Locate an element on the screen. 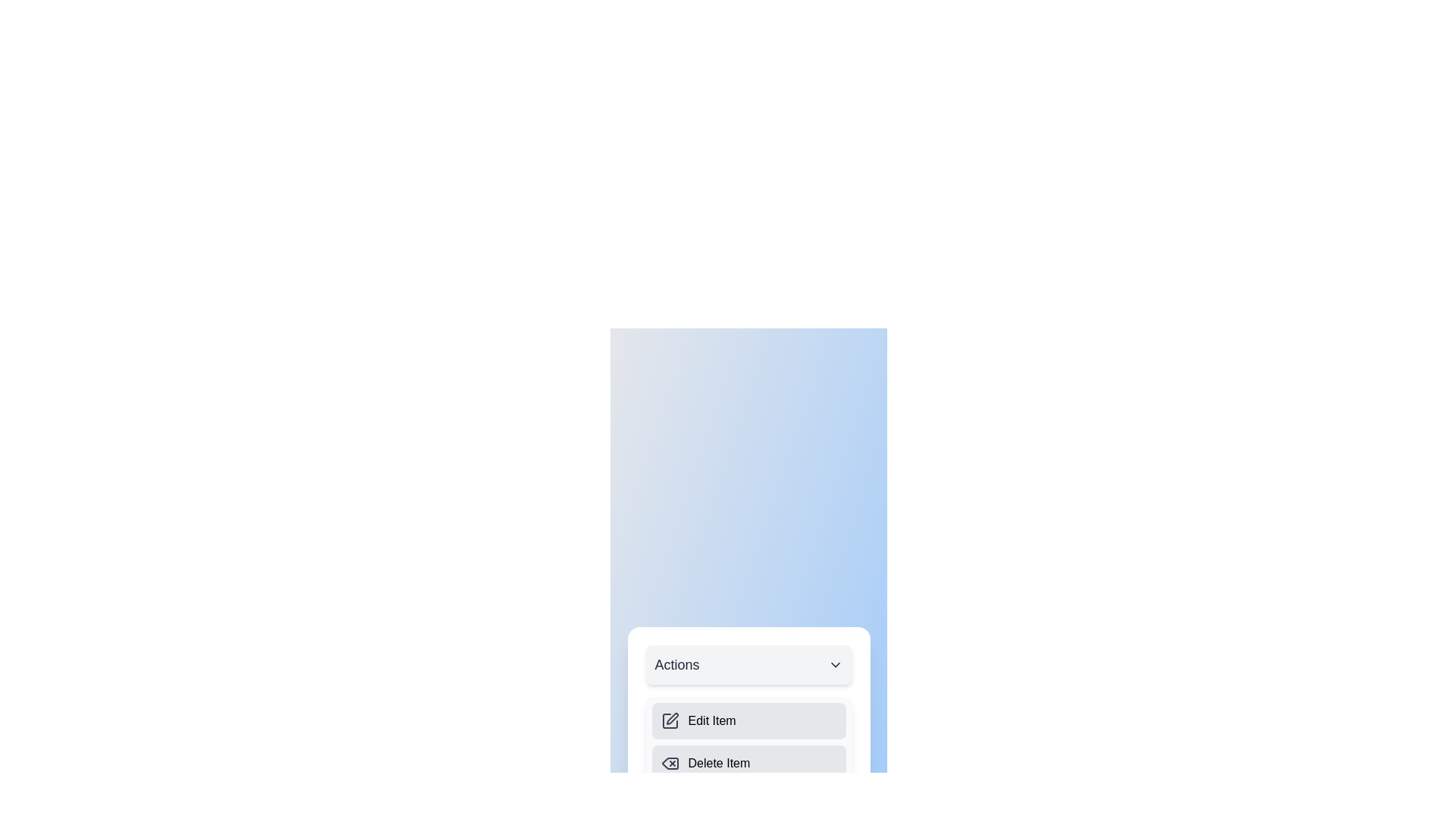 Image resolution: width=1456 pixels, height=819 pixels. the 'Actions' button to toggle the menu visibility is located at coordinates (748, 664).